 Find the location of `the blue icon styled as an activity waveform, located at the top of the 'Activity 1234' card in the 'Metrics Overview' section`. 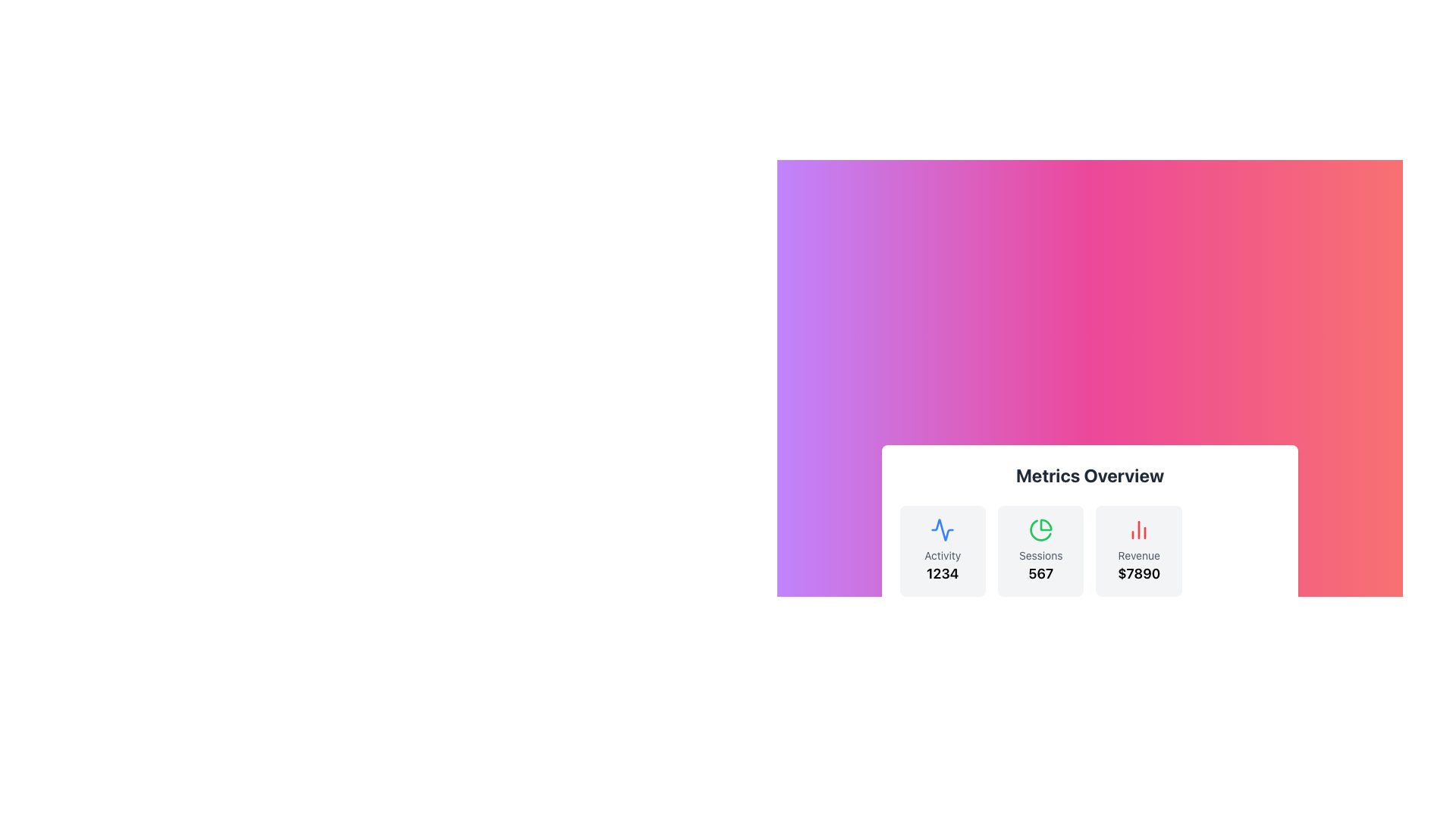

the blue icon styled as an activity waveform, located at the top of the 'Activity 1234' card in the 'Metrics Overview' section is located at coordinates (942, 529).